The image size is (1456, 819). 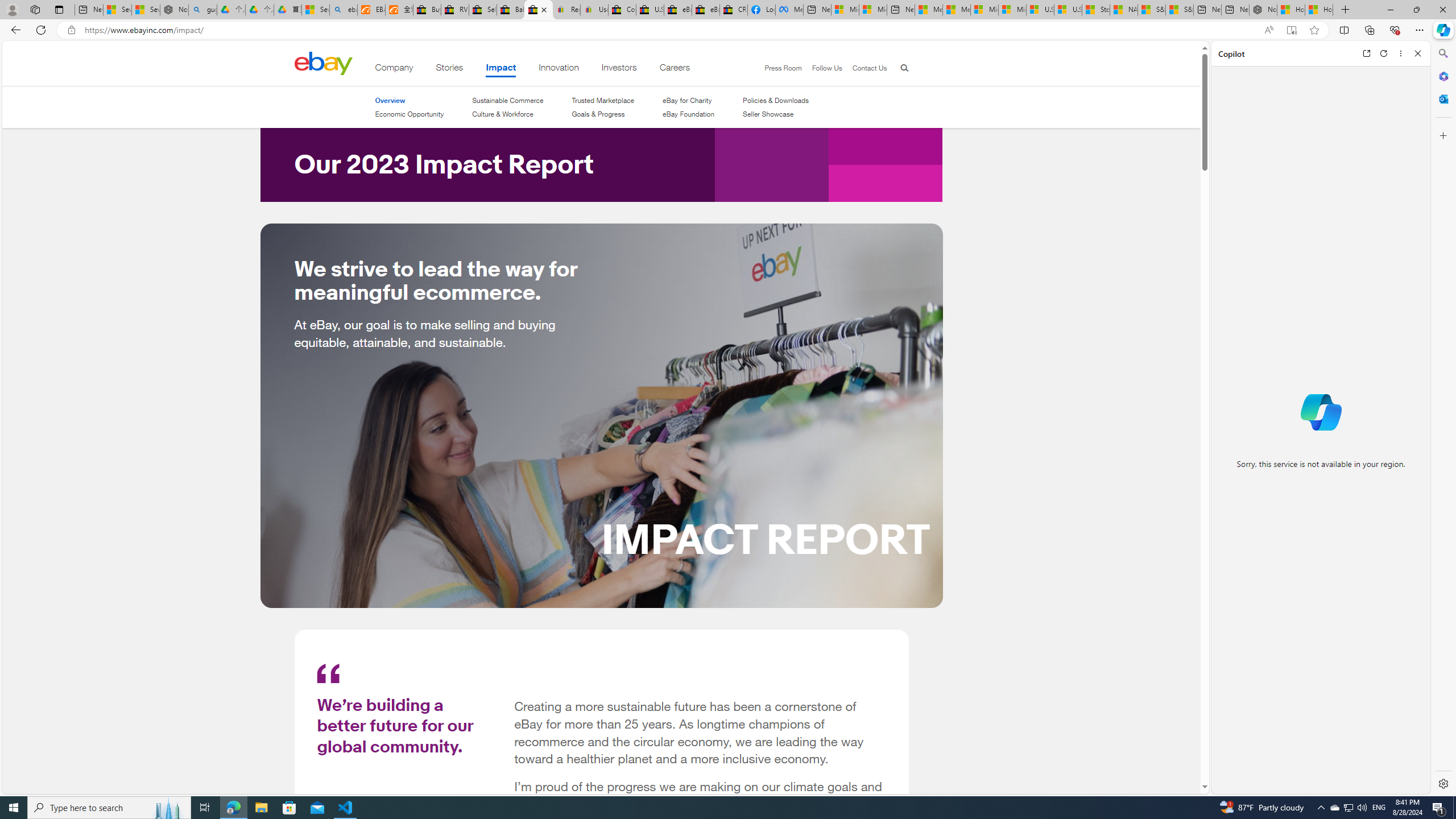 I want to click on 'eBay for Charity', so click(x=688, y=100).